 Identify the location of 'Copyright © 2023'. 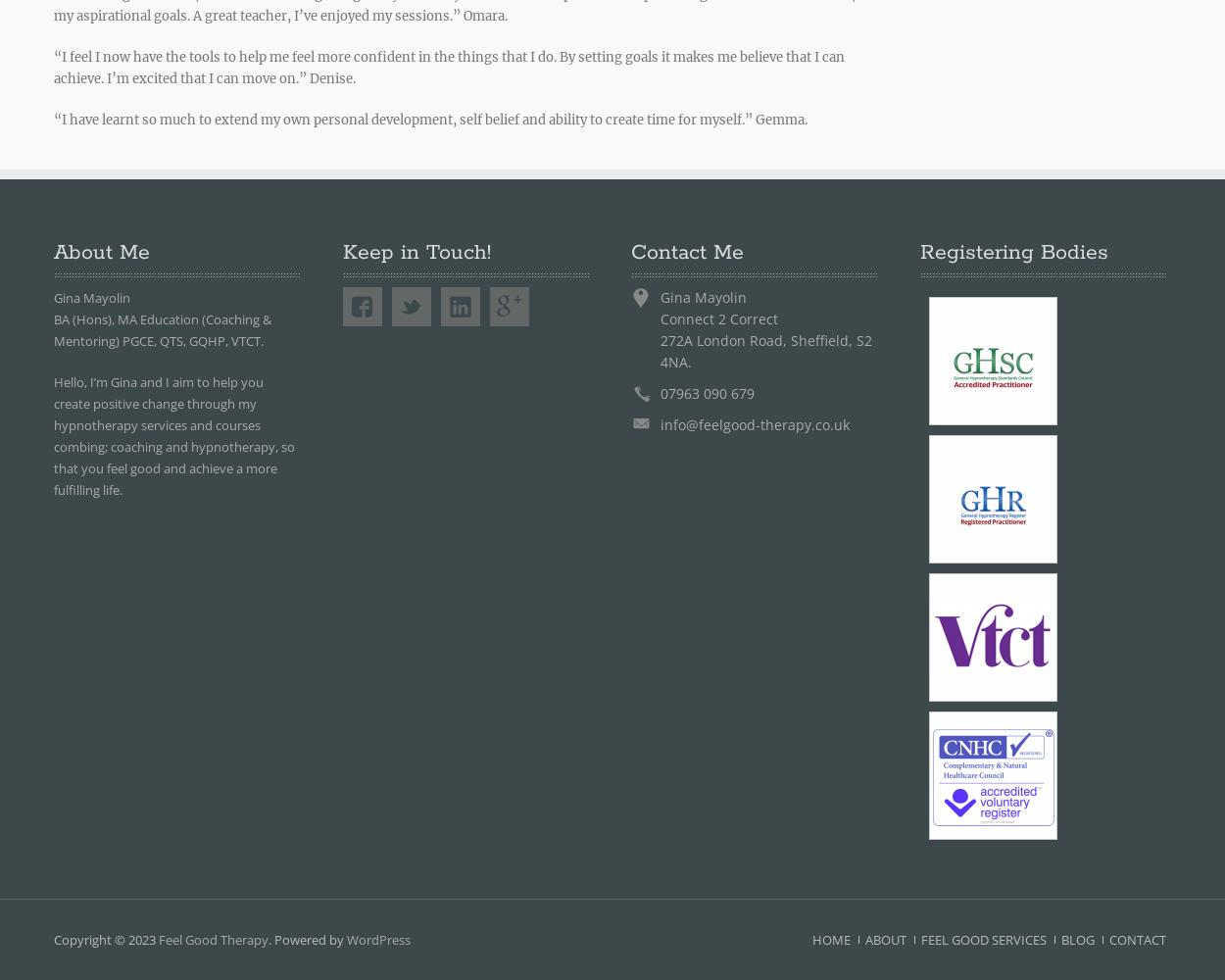
(105, 939).